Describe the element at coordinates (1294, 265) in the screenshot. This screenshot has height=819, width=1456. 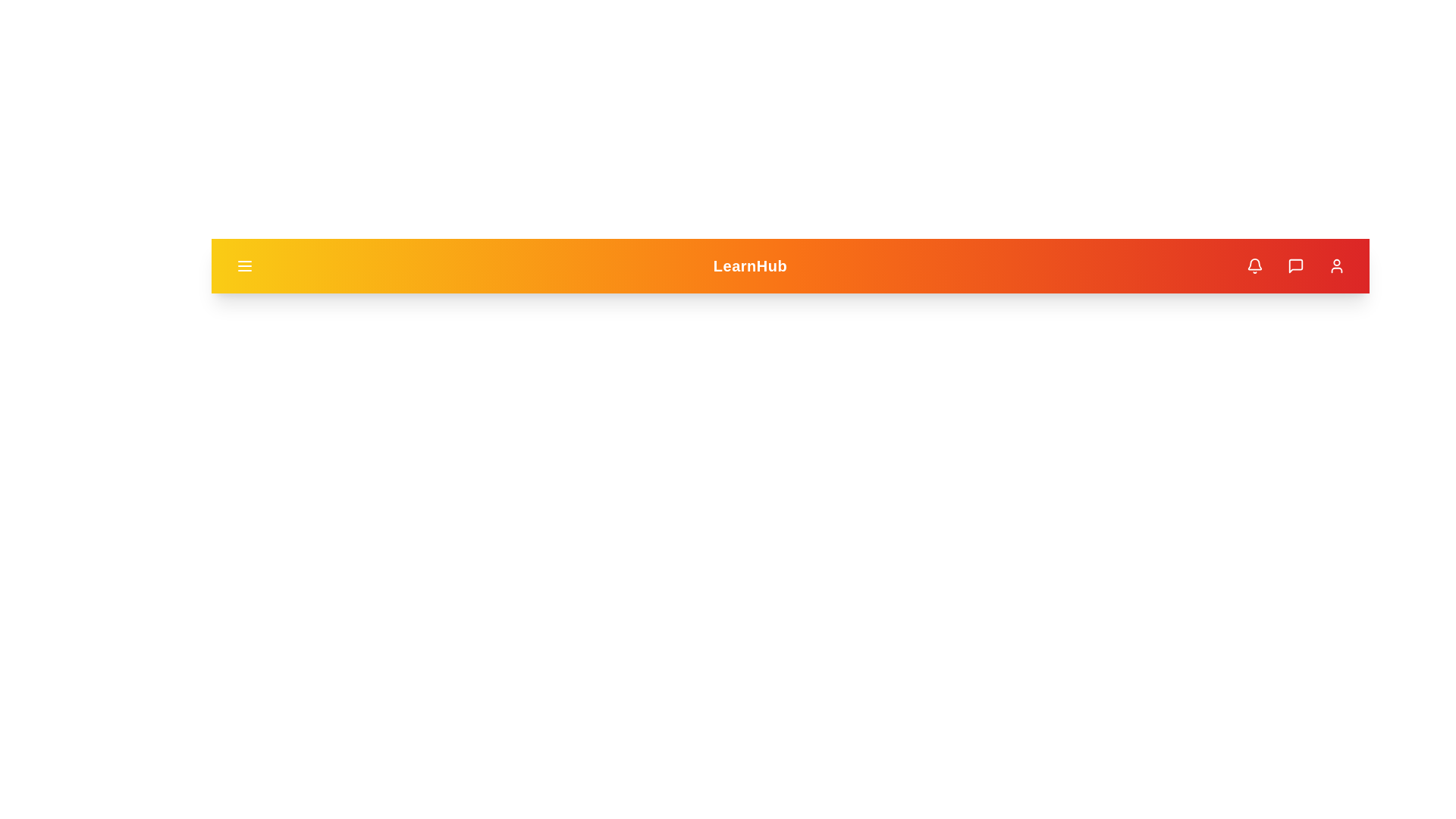
I see `the 'messages' icon in the app bar` at that location.